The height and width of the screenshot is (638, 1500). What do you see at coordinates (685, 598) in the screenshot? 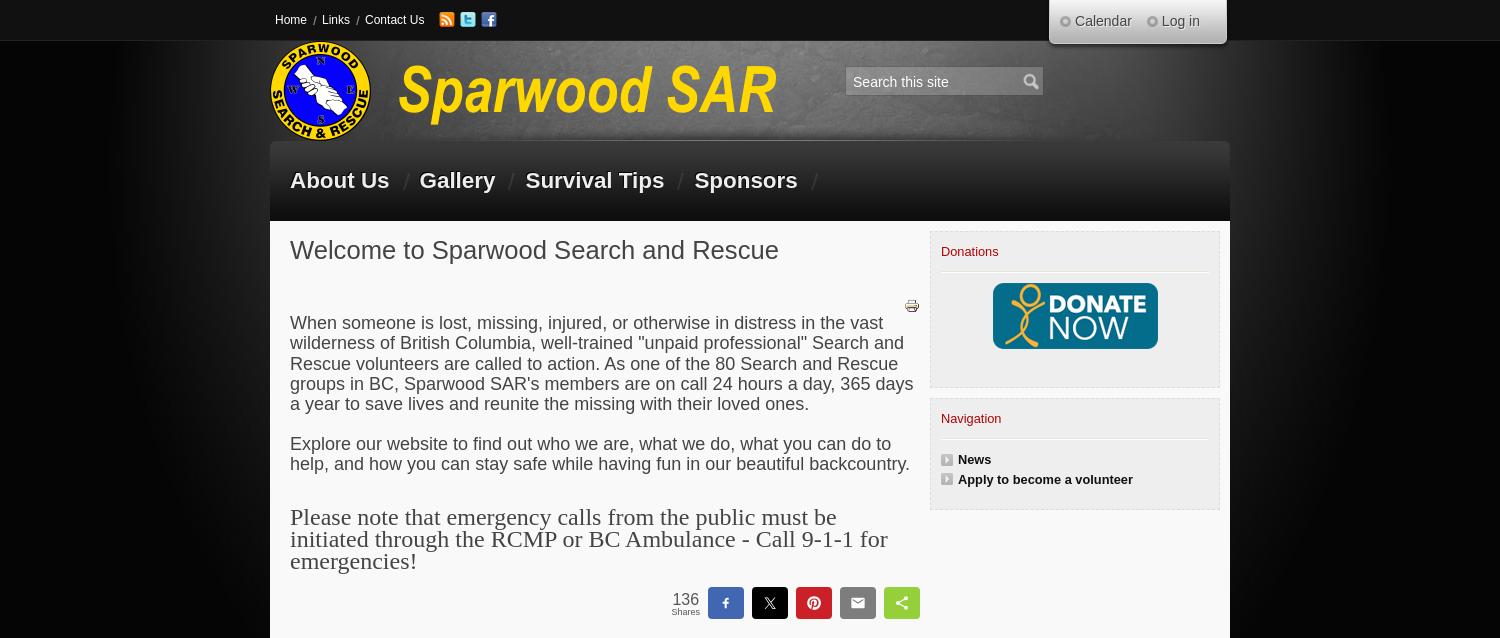
I see `'136'` at bounding box center [685, 598].